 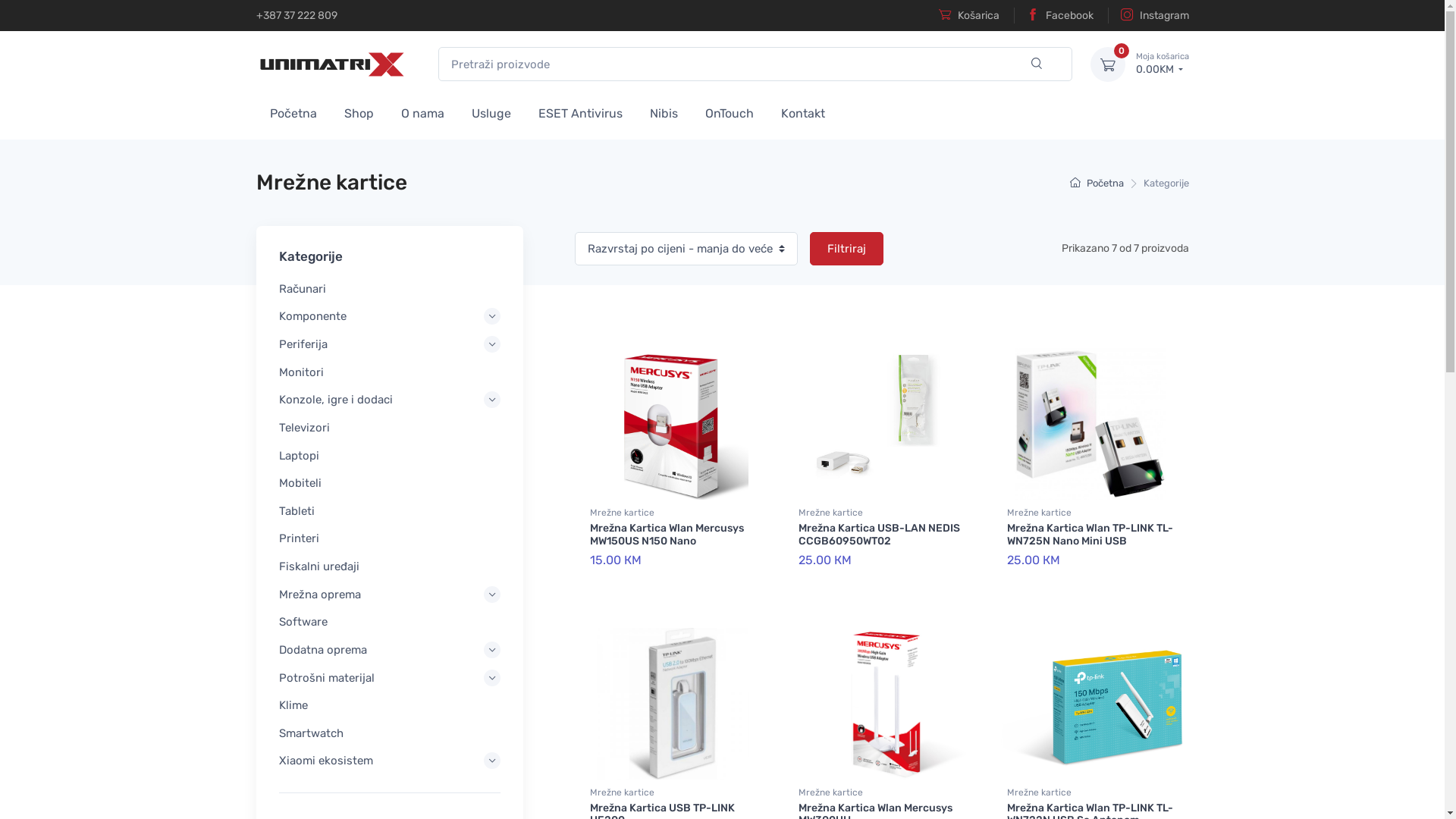 I want to click on 'Komponente', so click(x=389, y=315).